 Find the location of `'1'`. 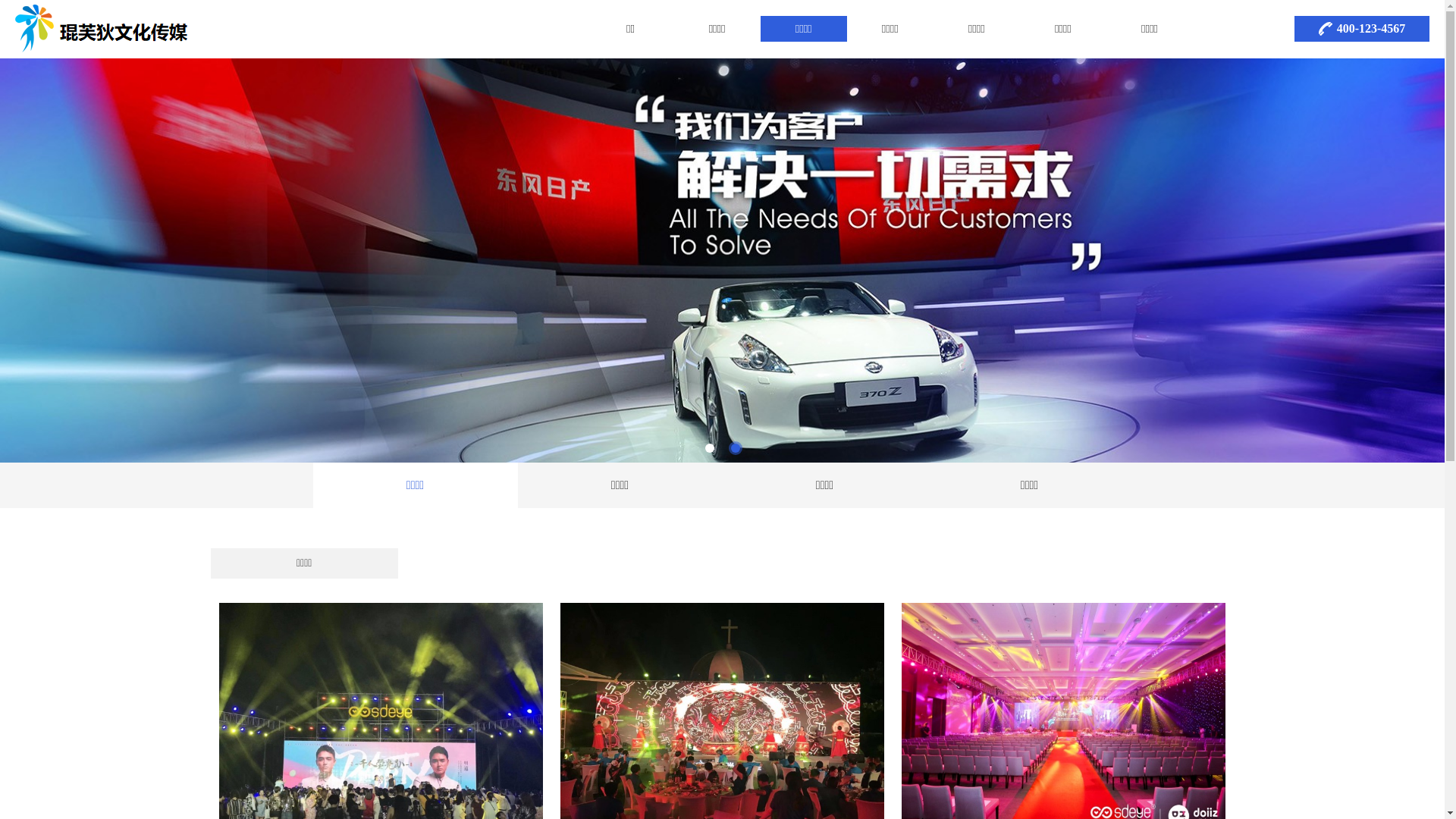

'1' is located at coordinates (709, 447).